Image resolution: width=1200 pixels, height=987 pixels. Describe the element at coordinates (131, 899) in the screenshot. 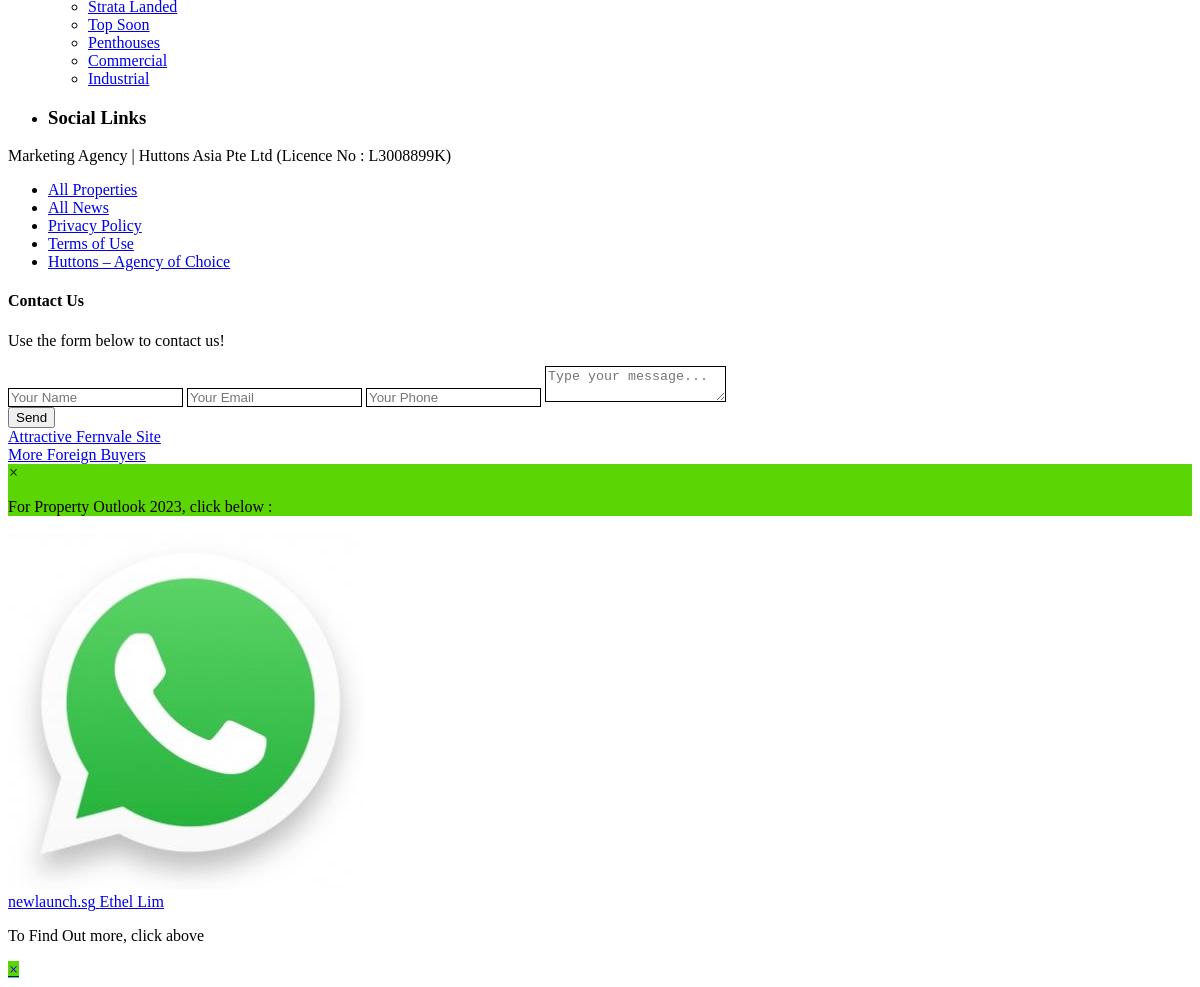

I see `'Ethel Lim'` at that location.